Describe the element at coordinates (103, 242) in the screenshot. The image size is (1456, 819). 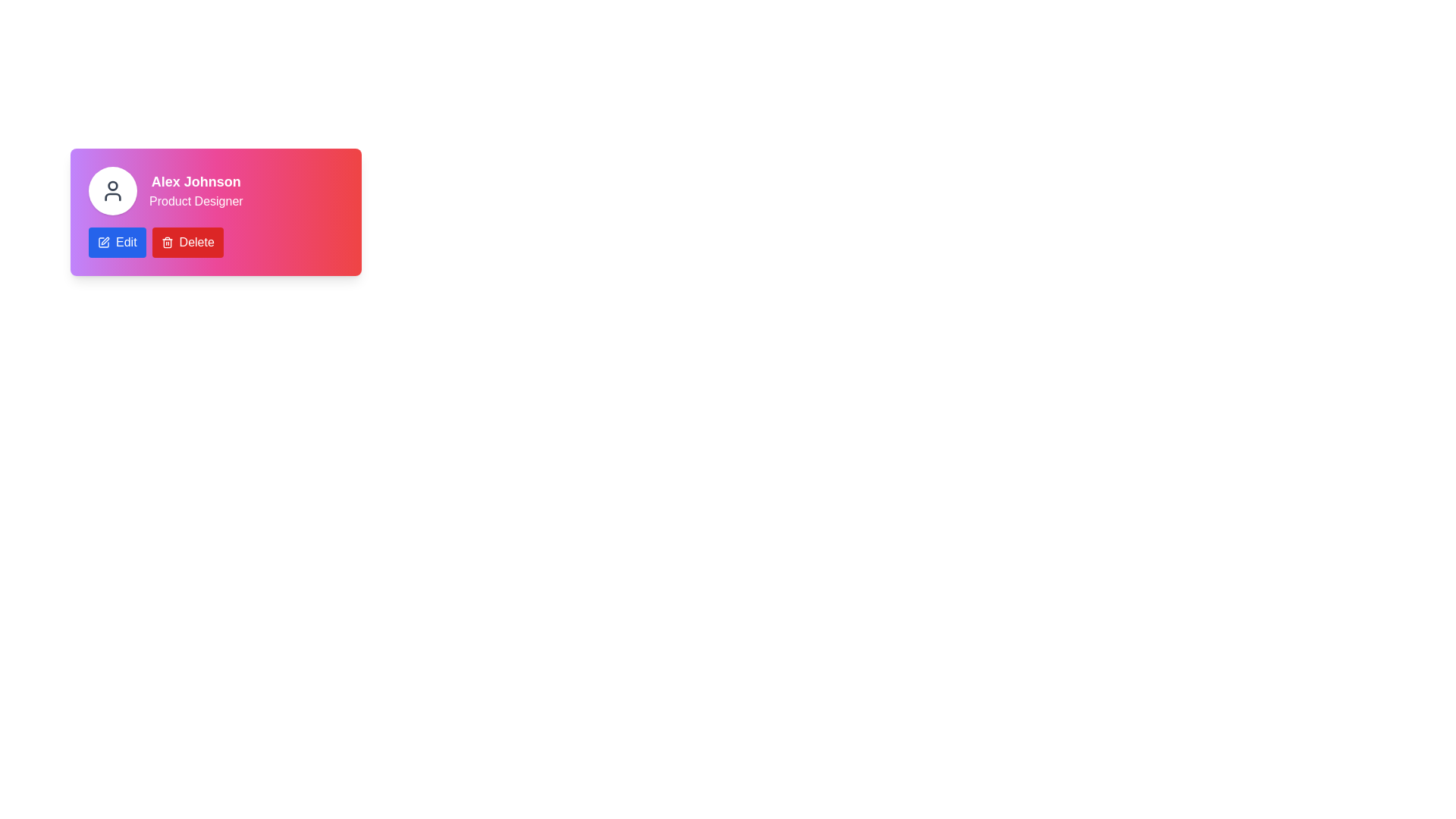
I see `the 'Edit' button which contains the icon indicating editing functionality` at that location.